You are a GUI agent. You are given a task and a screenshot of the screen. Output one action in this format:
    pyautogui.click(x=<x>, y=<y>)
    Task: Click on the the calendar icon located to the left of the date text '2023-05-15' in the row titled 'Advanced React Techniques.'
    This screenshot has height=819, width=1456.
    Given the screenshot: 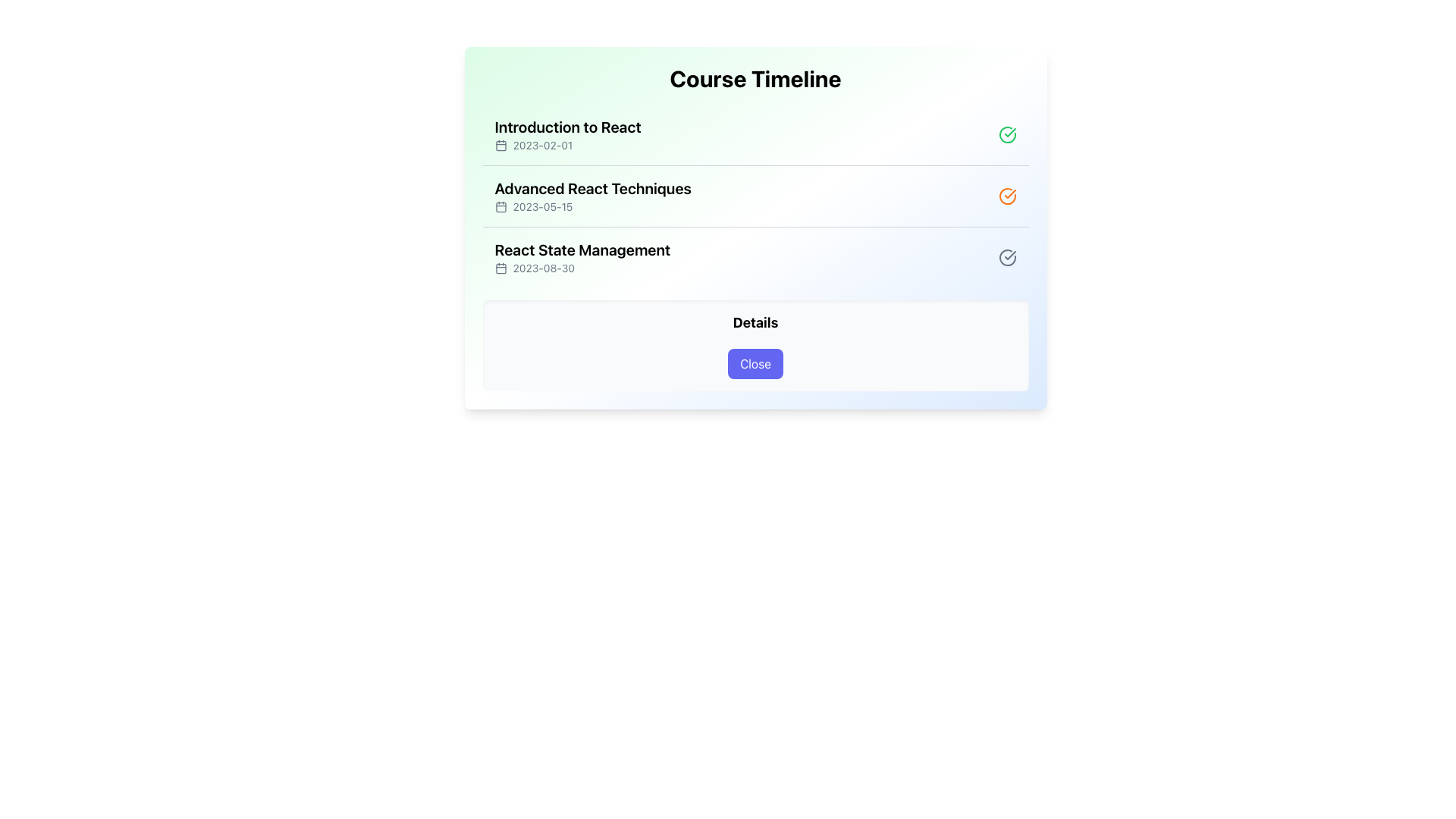 What is the action you would take?
    pyautogui.click(x=500, y=207)
    